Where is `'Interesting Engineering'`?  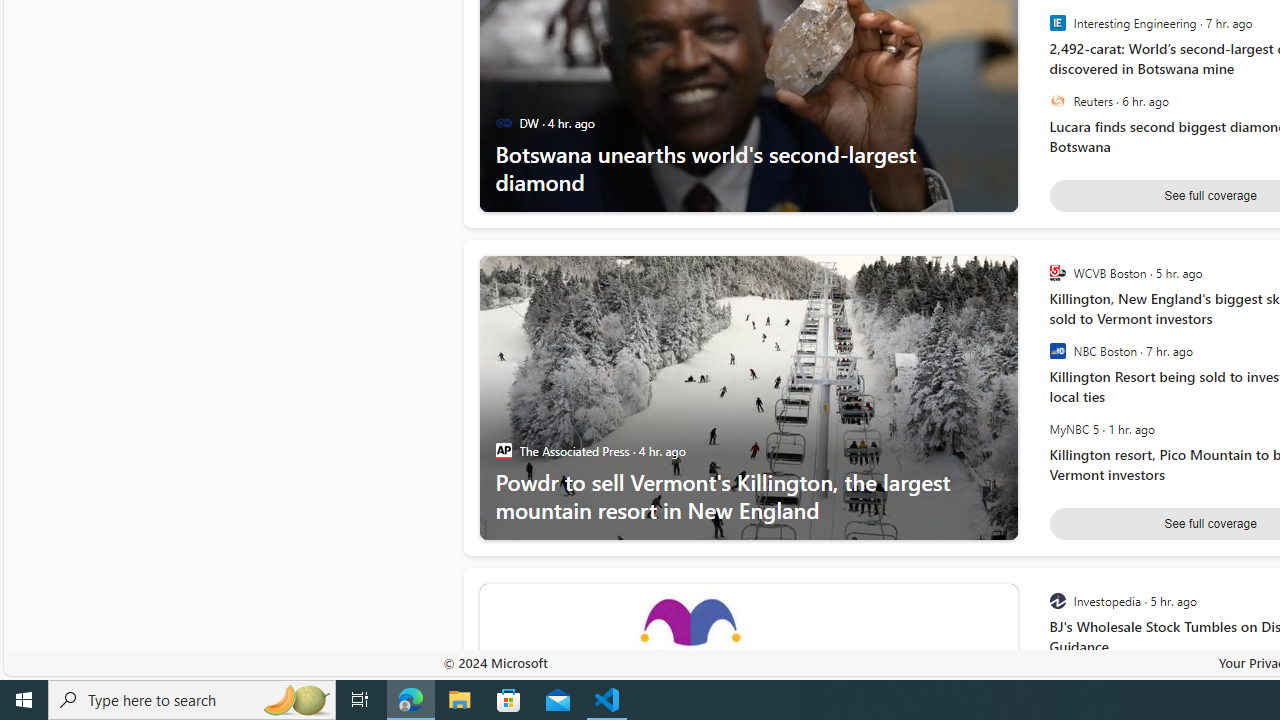
'Interesting Engineering' is located at coordinates (1056, 23).